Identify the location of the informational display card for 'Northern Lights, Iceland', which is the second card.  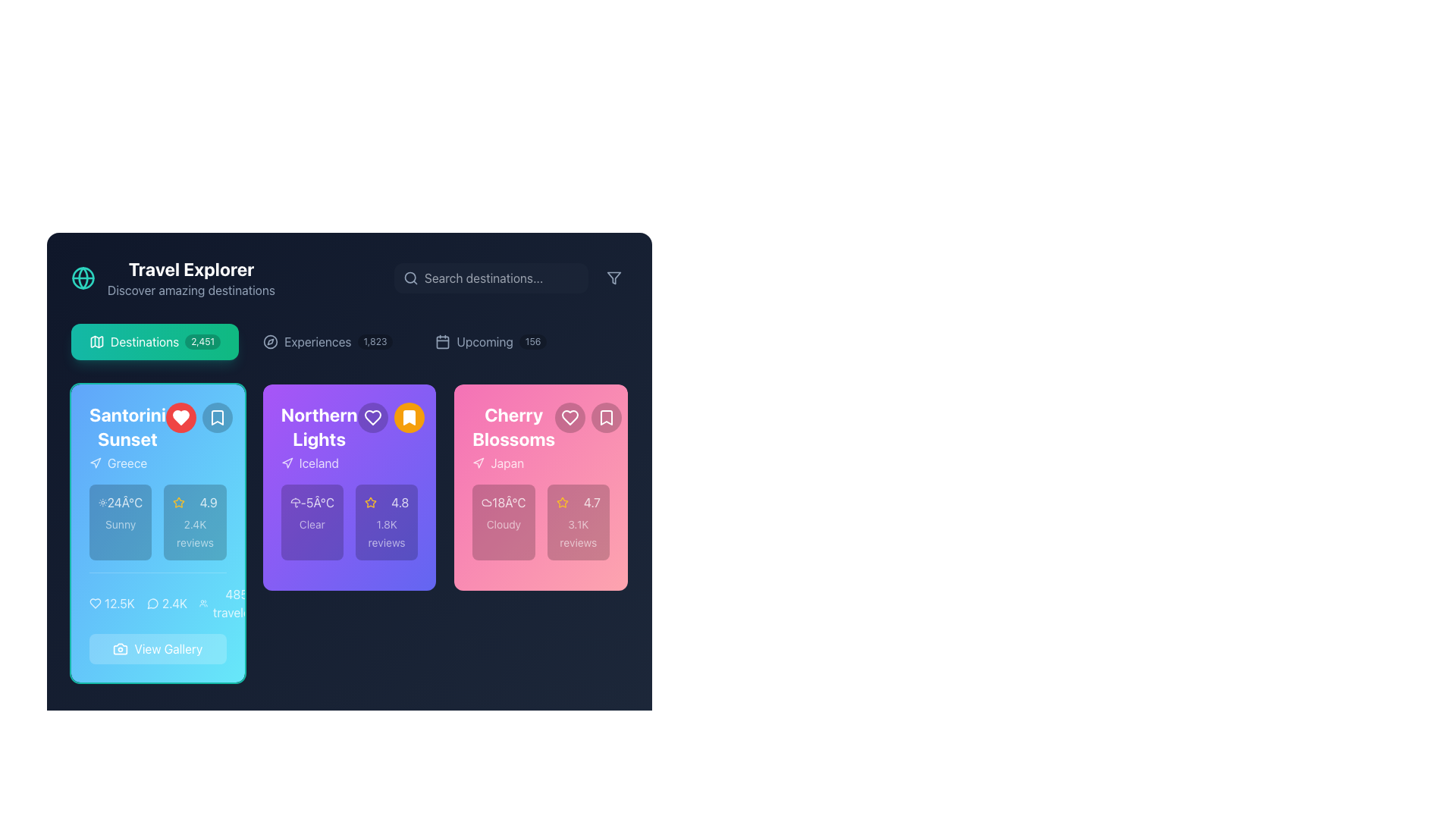
(348, 532).